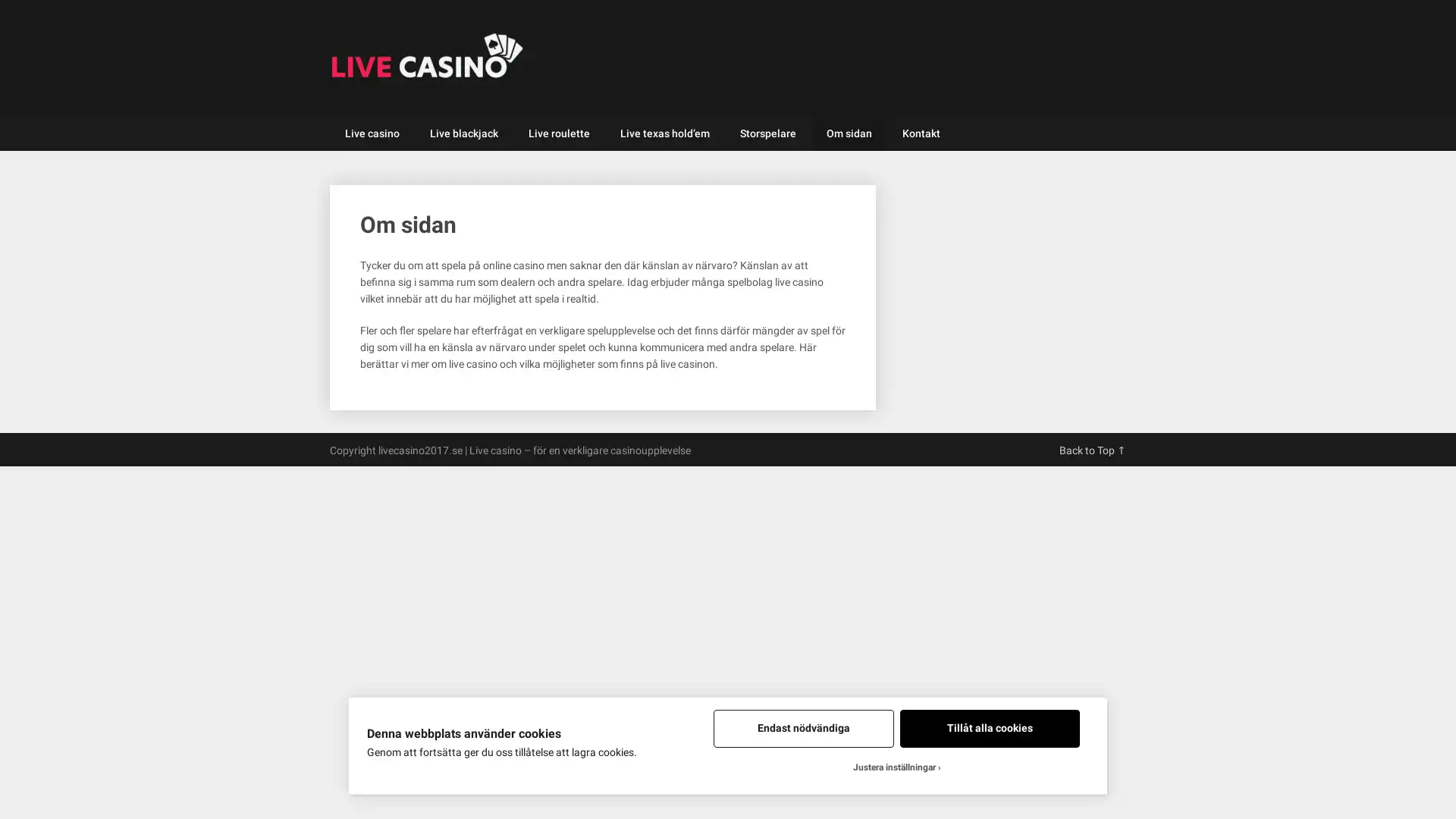 The height and width of the screenshot is (819, 1456). Describe the element at coordinates (896, 767) in the screenshot. I see `Justera installningar` at that location.